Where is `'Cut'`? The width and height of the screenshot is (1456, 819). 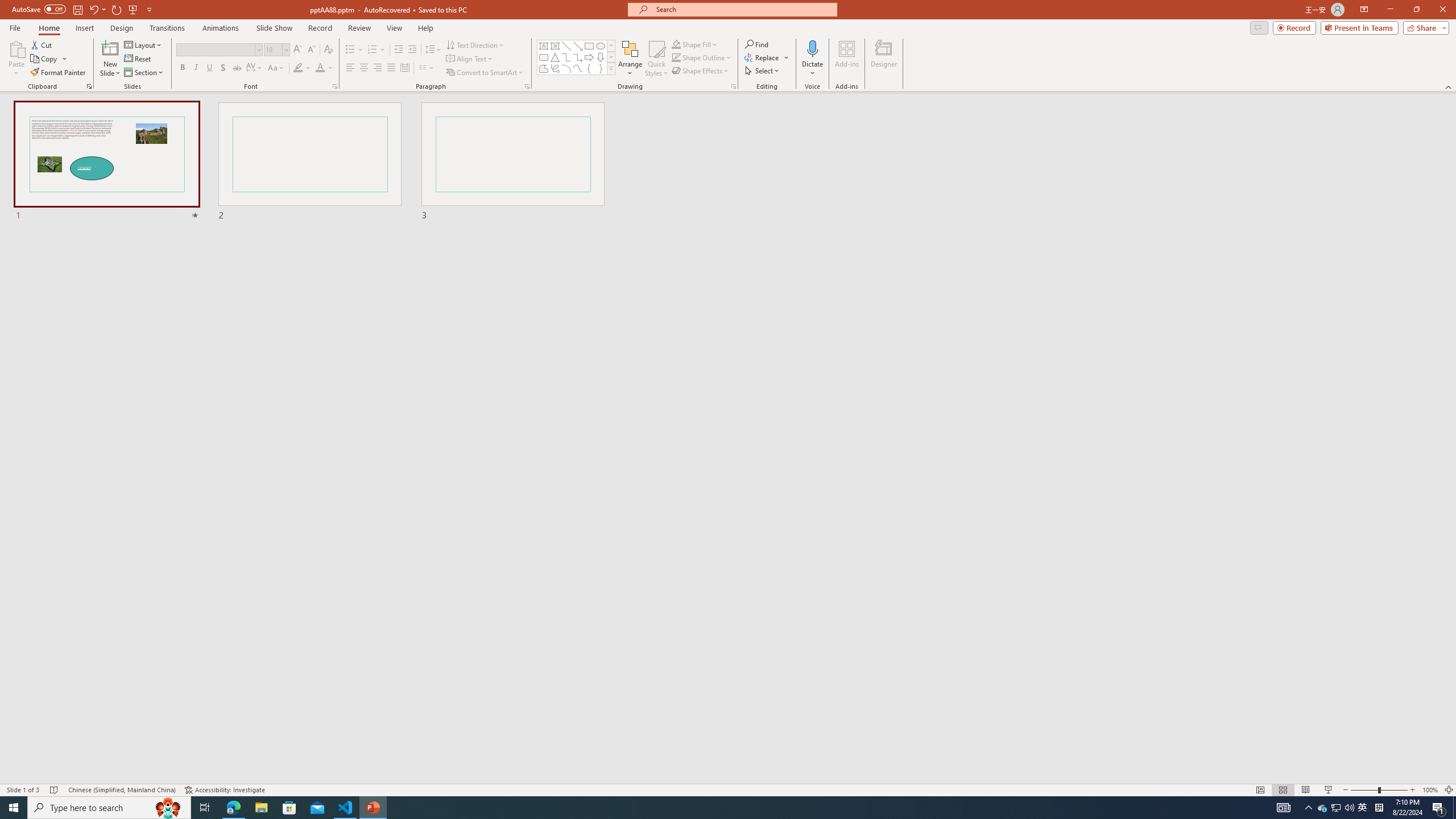 'Cut' is located at coordinates (42, 44).